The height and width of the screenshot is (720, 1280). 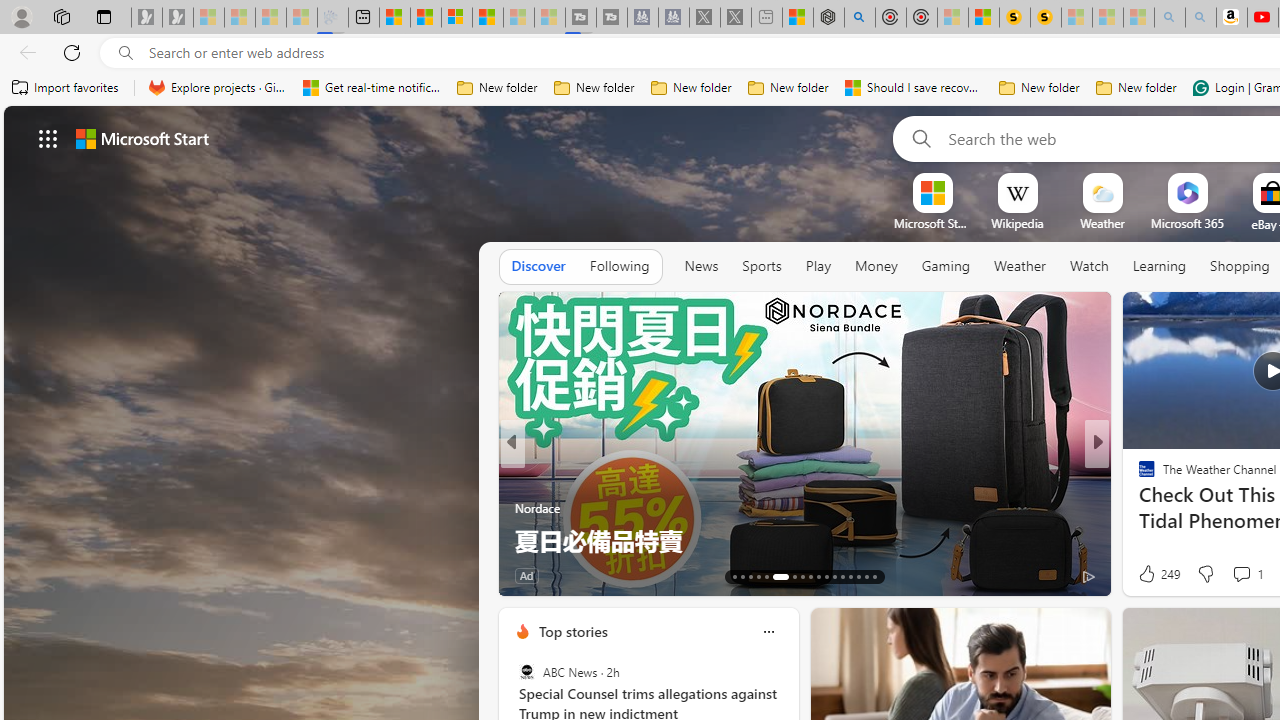 What do you see at coordinates (833, 577) in the screenshot?
I see `'AutomationID: tab-24'` at bounding box center [833, 577].